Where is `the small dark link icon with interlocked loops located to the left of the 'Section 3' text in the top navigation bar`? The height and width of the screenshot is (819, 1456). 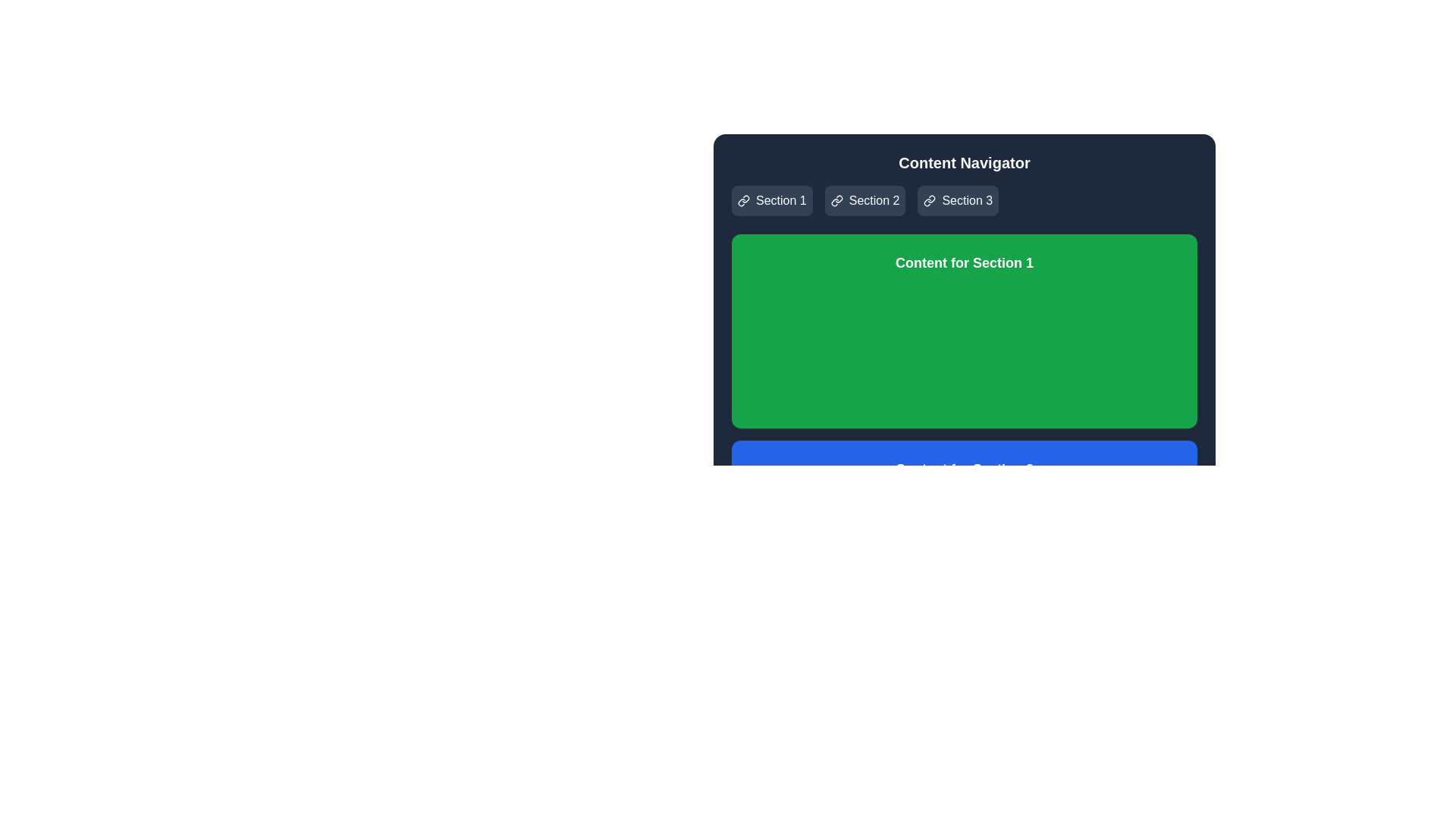 the small dark link icon with interlocked loops located to the left of the 'Section 3' text in the top navigation bar is located at coordinates (929, 200).